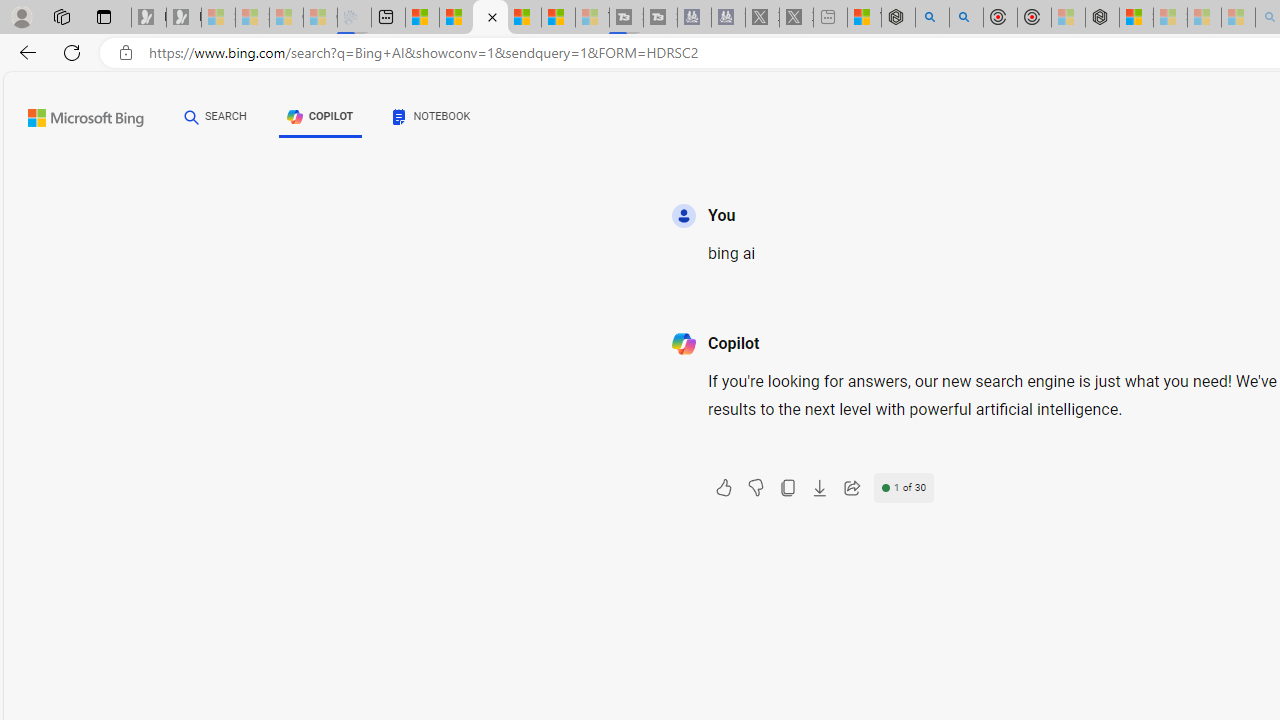  I want to click on 'Nordace - Nordace Siena Is Not An Ordinary Backpack', so click(1101, 17).